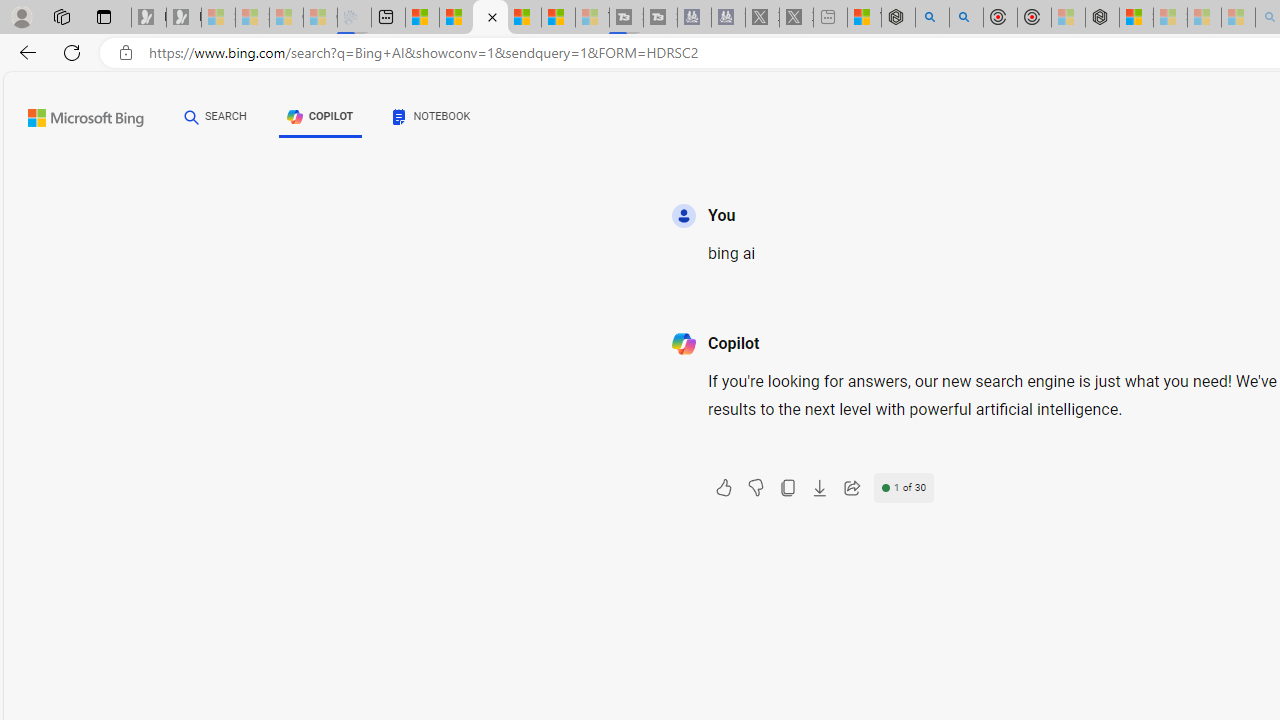  I want to click on 'Nordace - Nordace Siena Is Not An Ordinary Backpack', so click(1101, 17).